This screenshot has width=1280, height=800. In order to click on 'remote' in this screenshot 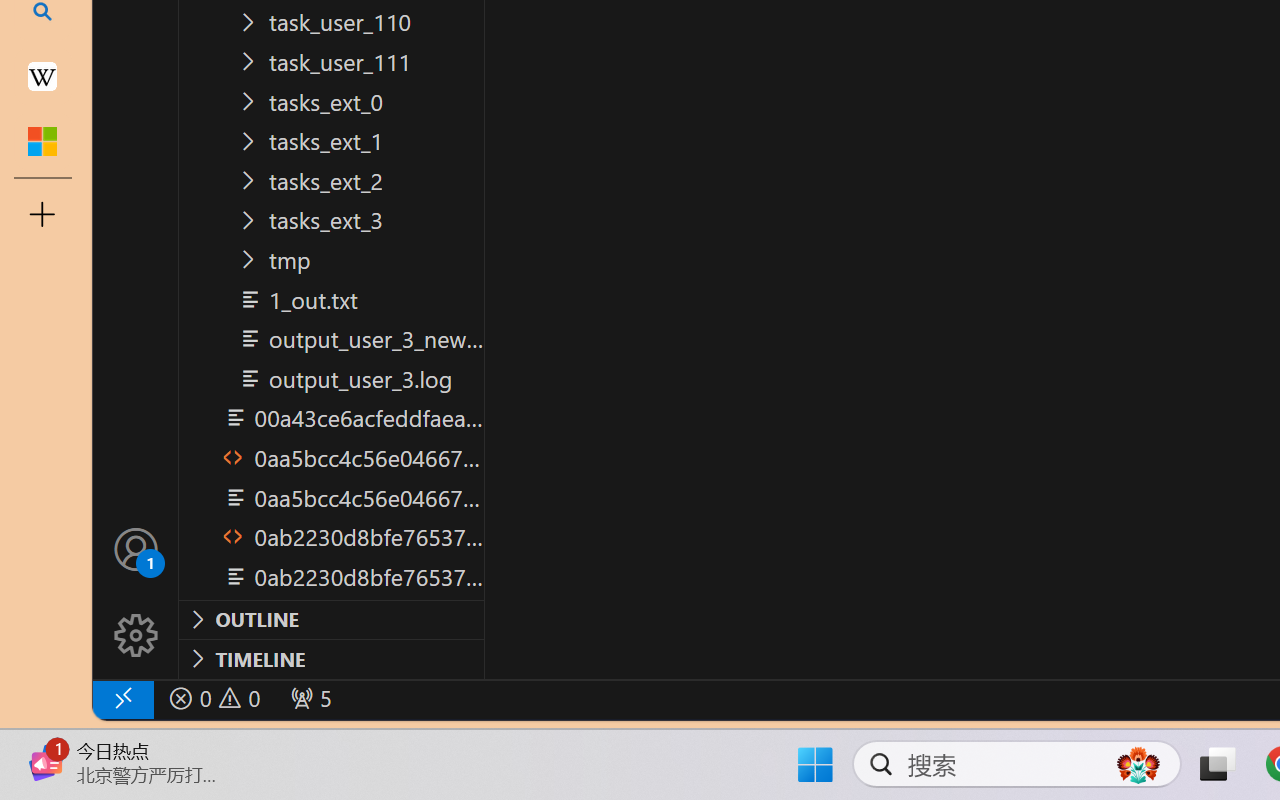, I will do `click(121, 698)`.